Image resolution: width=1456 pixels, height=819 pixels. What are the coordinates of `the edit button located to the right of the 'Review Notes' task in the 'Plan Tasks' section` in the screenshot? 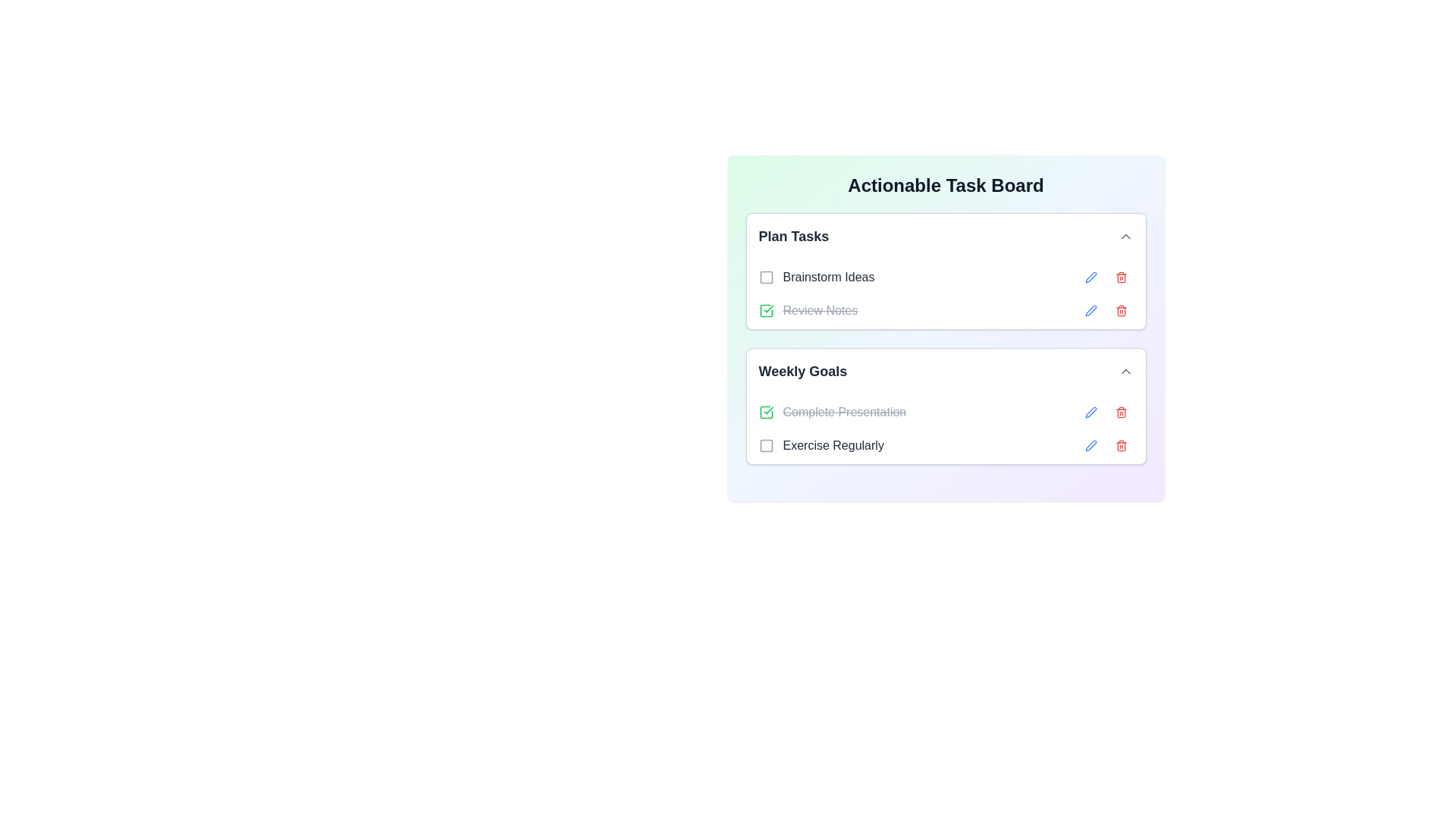 It's located at (1090, 309).